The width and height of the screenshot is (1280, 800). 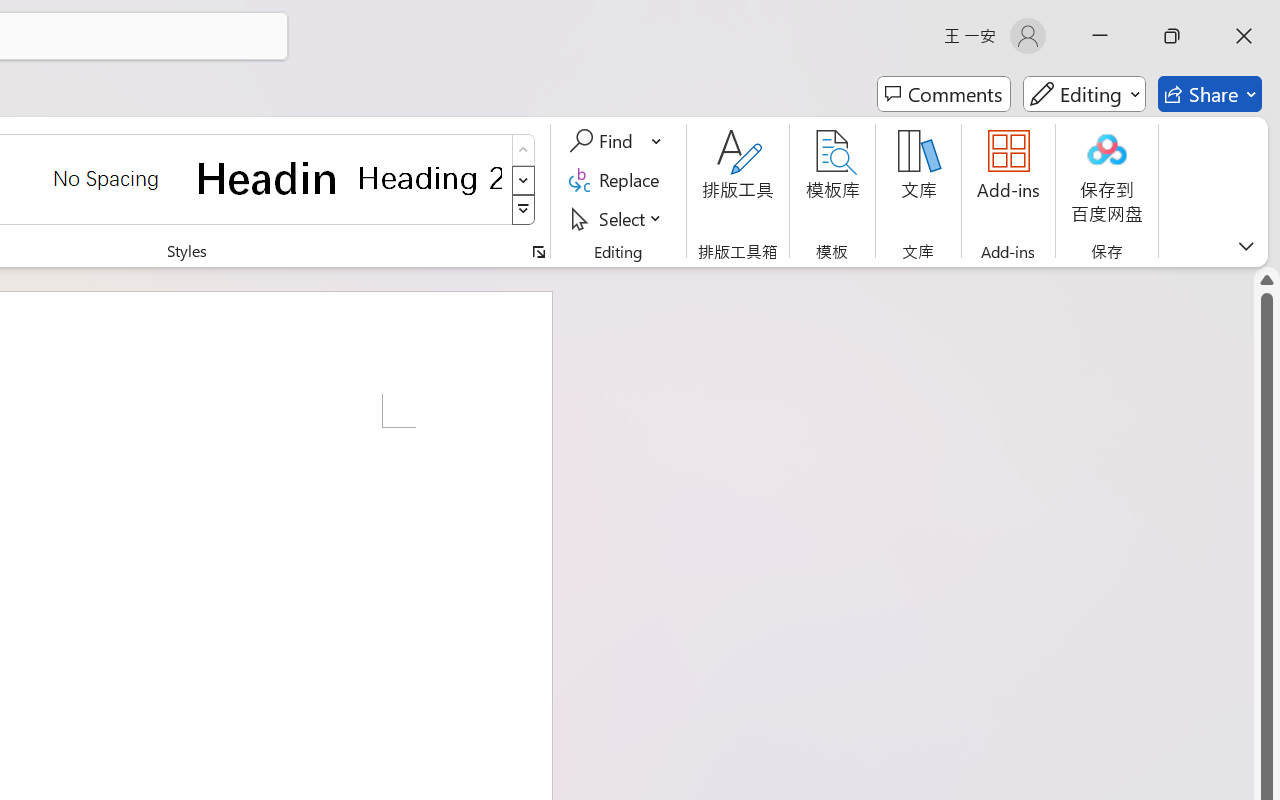 What do you see at coordinates (538, 251) in the screenshot?
I see `'Styles...'` at bounding box center [538, 251].